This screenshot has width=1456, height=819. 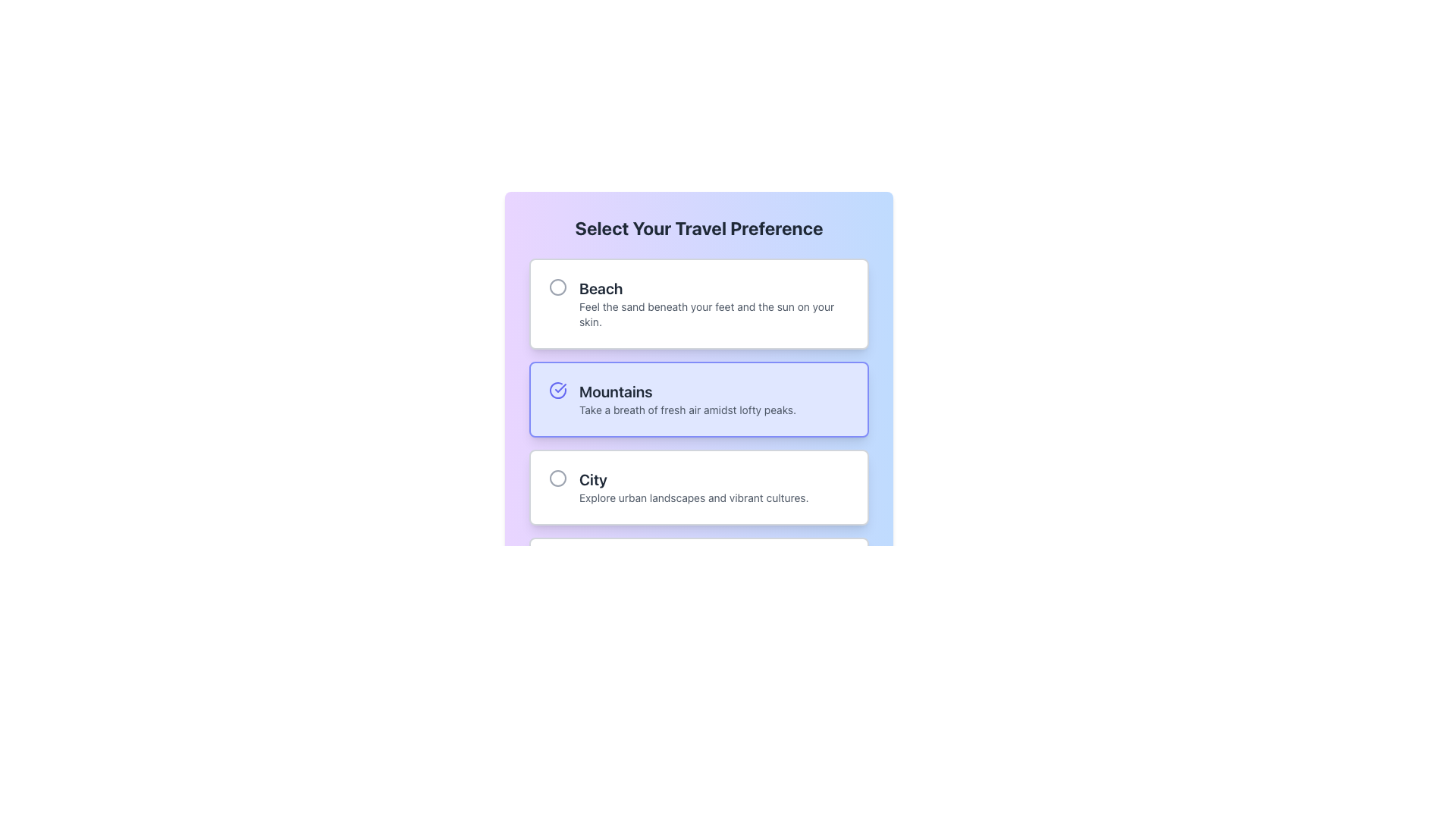 What do you see at coordinates (698, 435) in the screenshot?
I see `the 'Mountains' radio button using the keyboard tab key and select it using the space or enter key` at bounding box center [698, 435].